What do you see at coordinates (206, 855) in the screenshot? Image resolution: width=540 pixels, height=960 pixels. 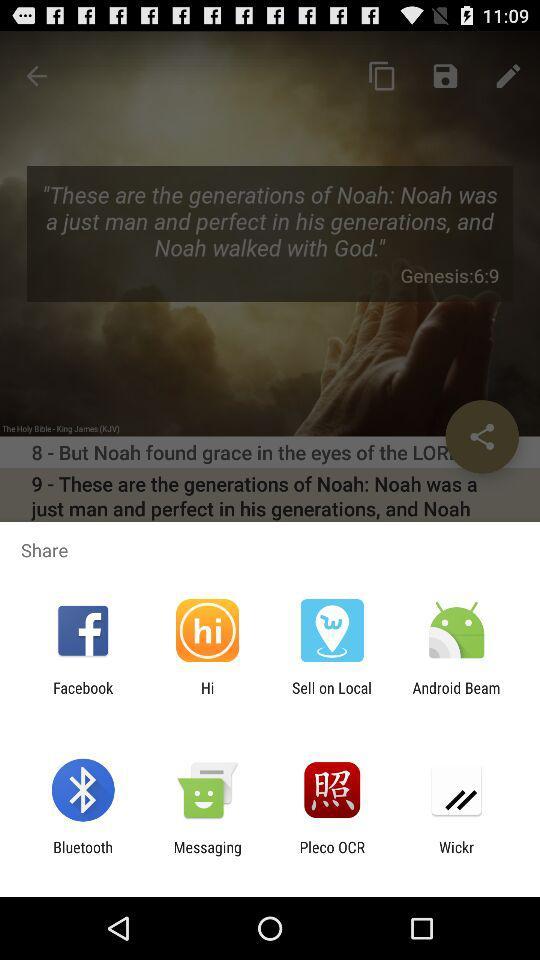 I see `messaging icon` at bounding box center [206, 855].